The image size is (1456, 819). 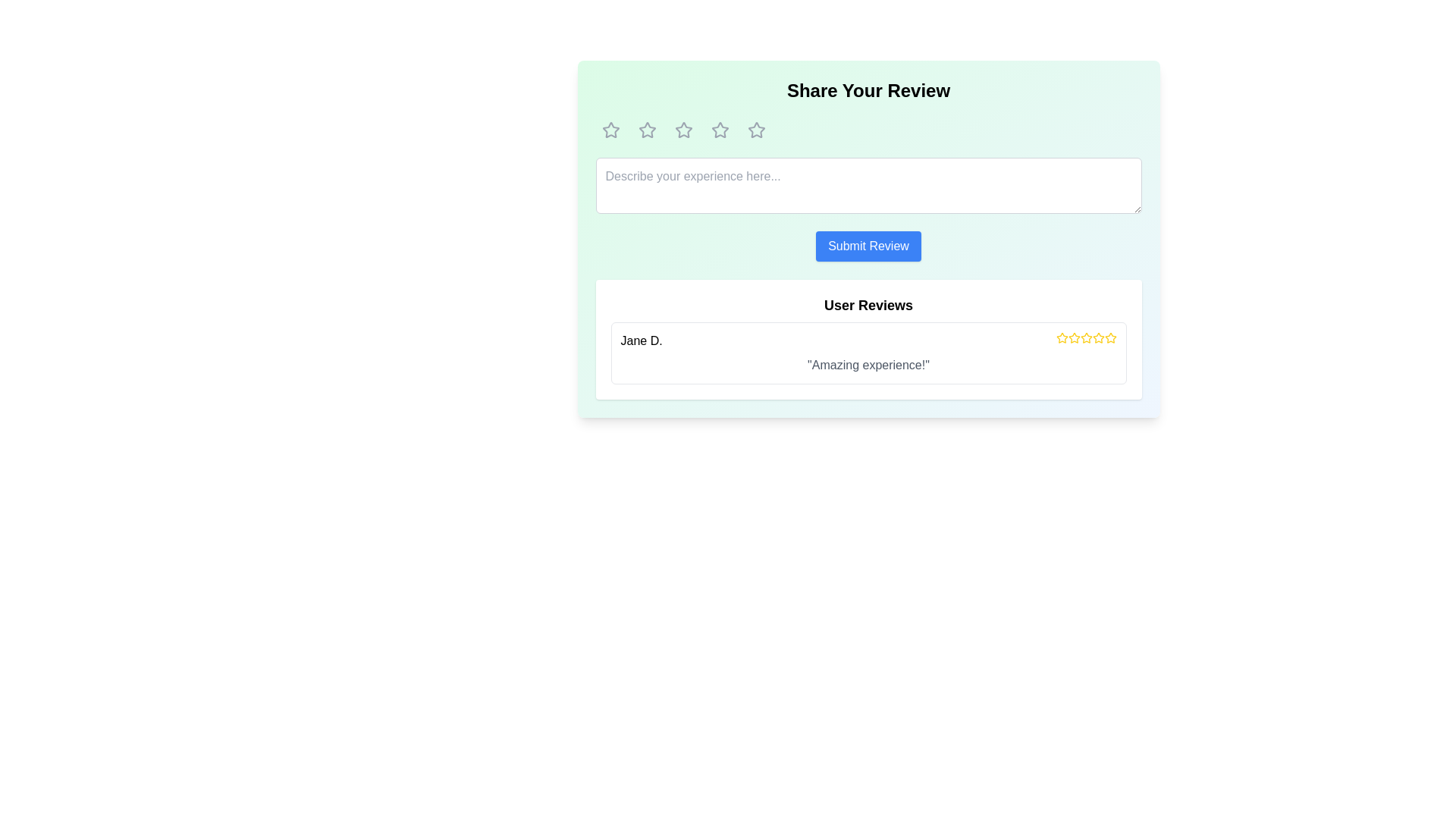 What do you see at coordinates (610, 130) in the screenshot?
I see `the first star icon` at bounding box center [610, 130].